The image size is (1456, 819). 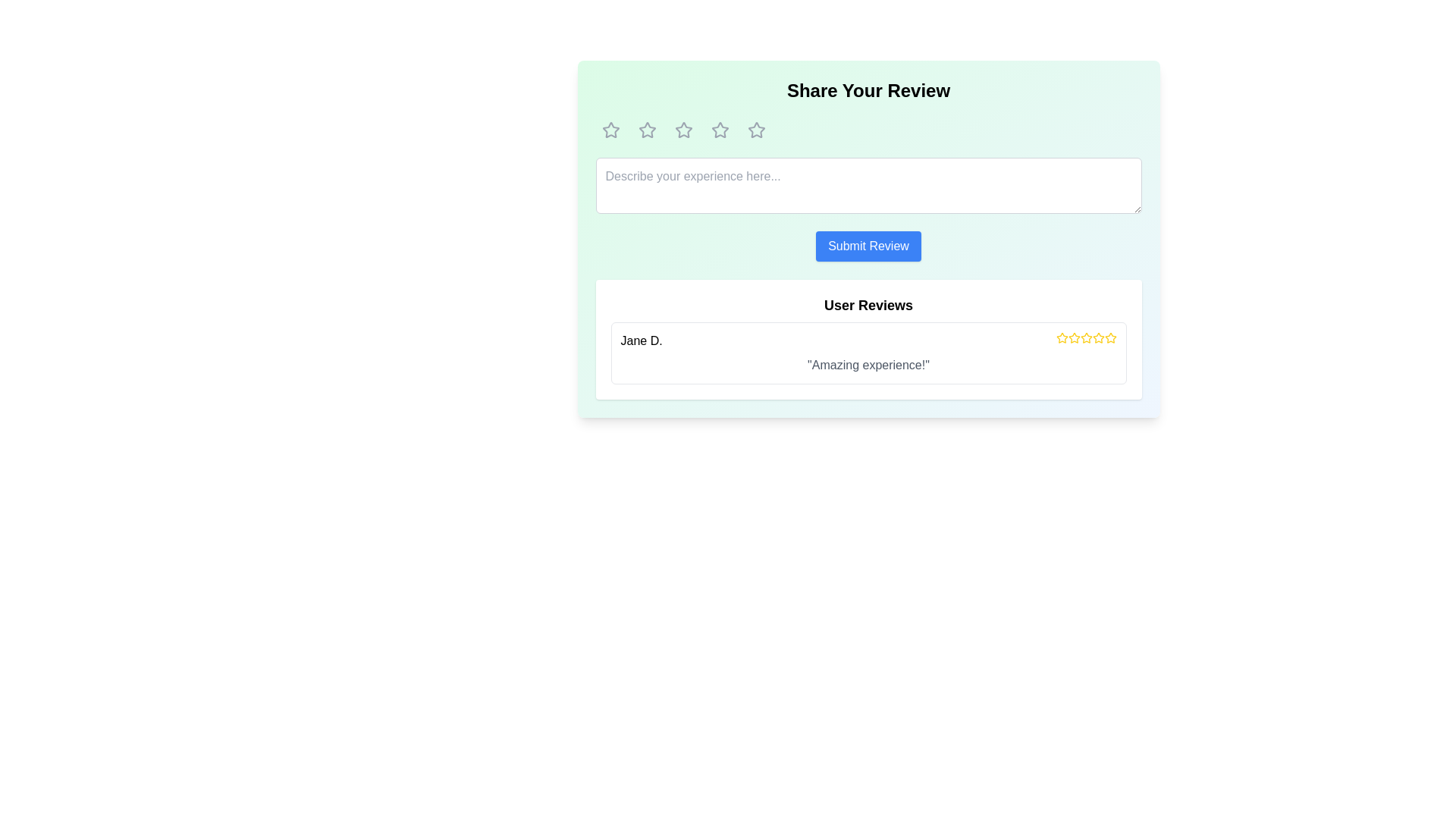 What do you see at coordinates (610, 130) in the screenshot?
I see `the first star icon` at bounding box center [610, 130].